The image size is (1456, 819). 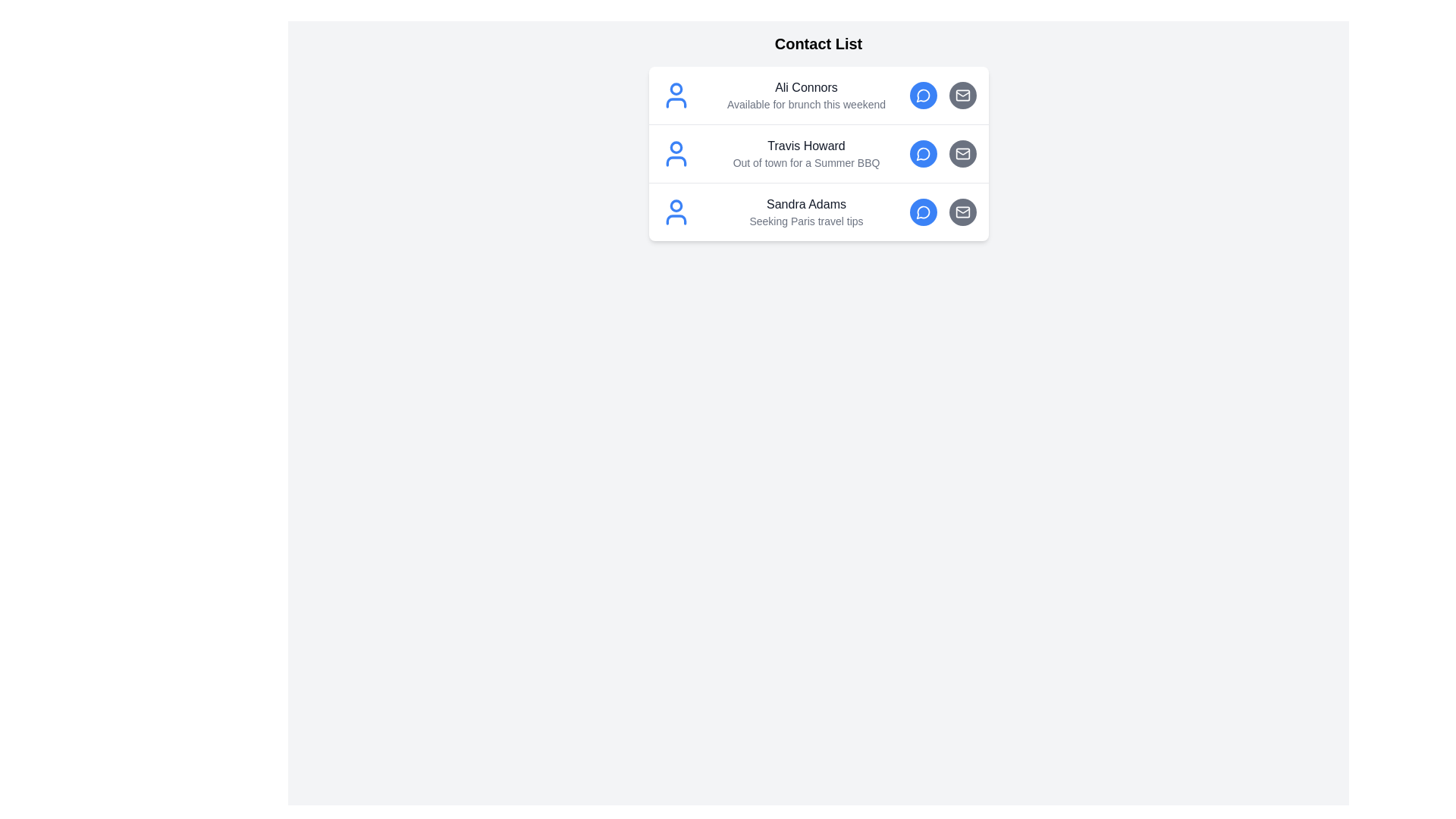 What do you see at coordinates (817, 42) in the screenshot?
I see `text label indicating 'Contact List', which serves as the heading for the content section above the list of contact cards` at bounding box center [817, 42].